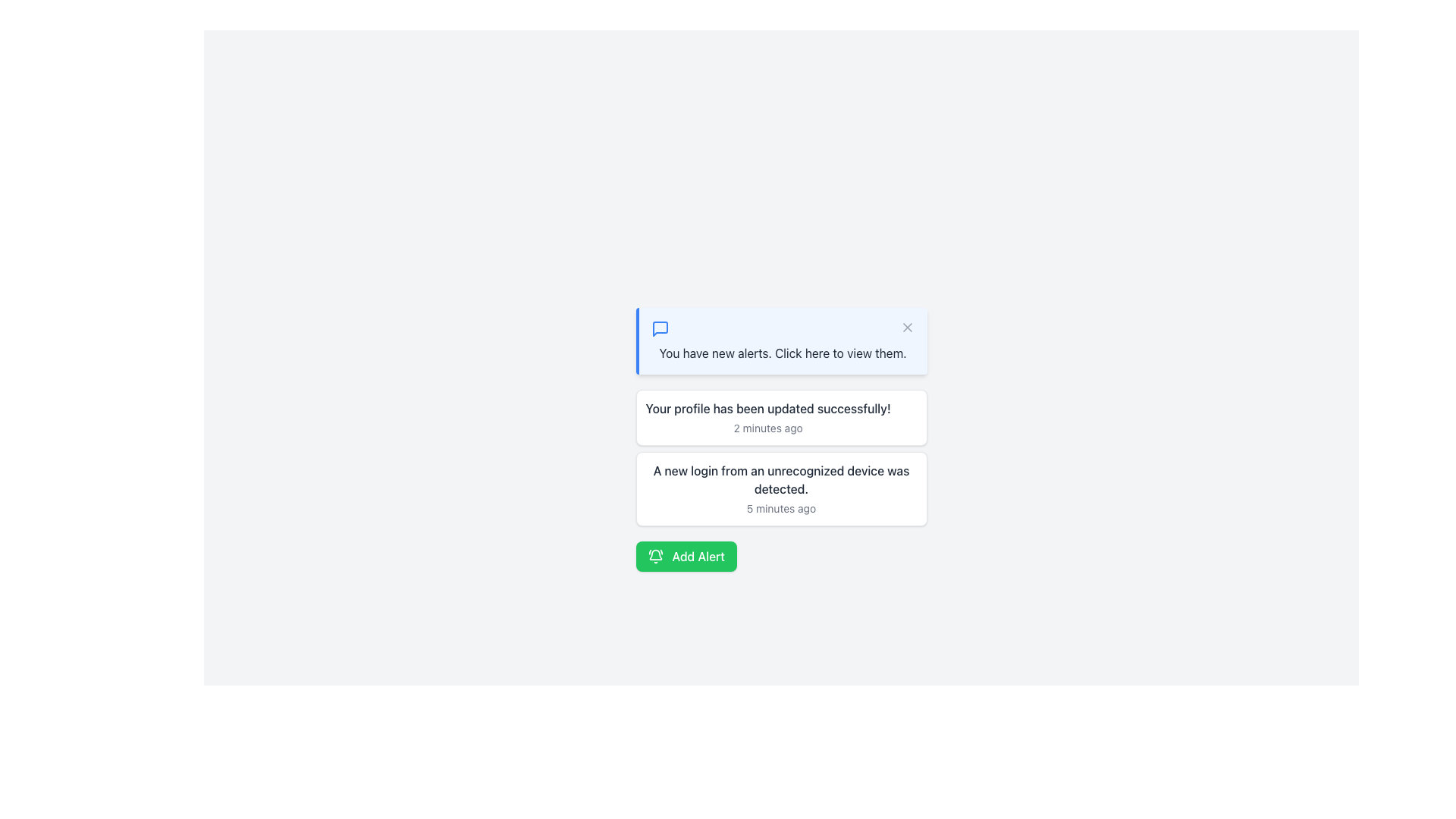  Describe the element at coordinates (781, 488) in the screenshot. I see `text displayed in the Notification text block that states 'A new login from an unrecognized device was detected.'` at that location.